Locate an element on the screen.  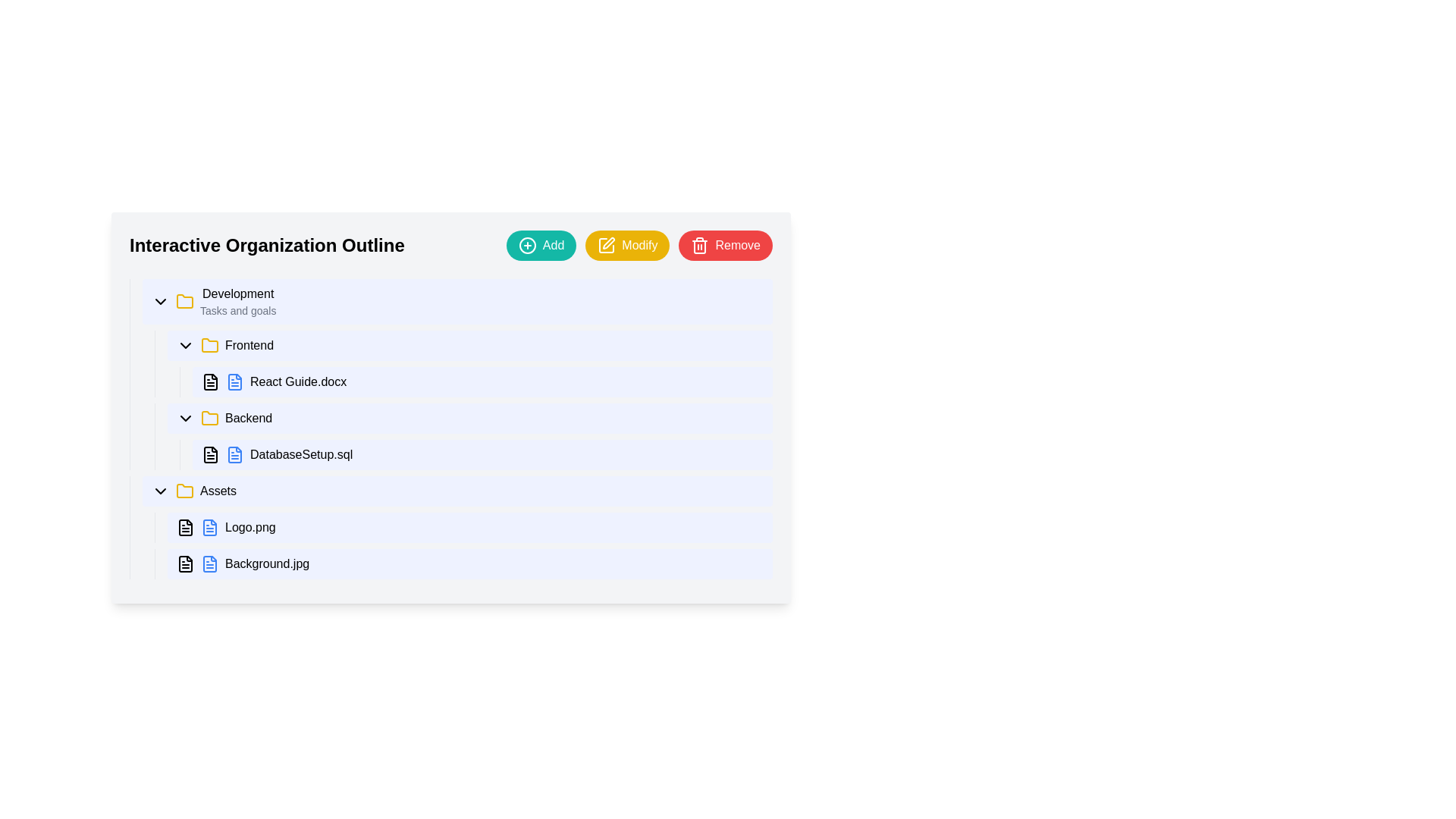
the Text Label that serves as a title for the 'Development' folder section, located directly beneath the yellow folder icon labeled 'Development' is located at coordinates (237, 301).